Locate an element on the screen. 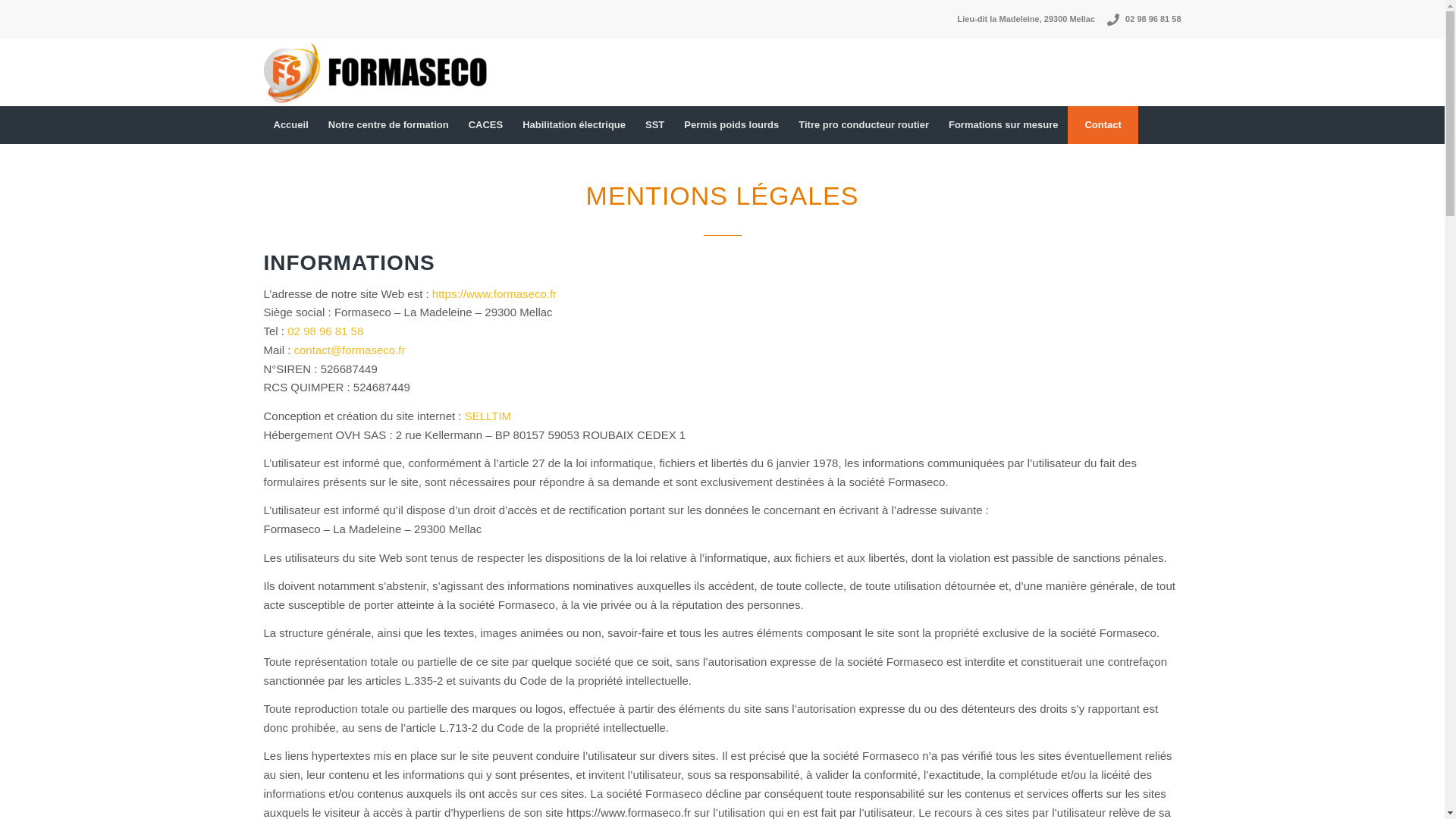  'Notre centre de formation' is located at coordinates (388, 124).